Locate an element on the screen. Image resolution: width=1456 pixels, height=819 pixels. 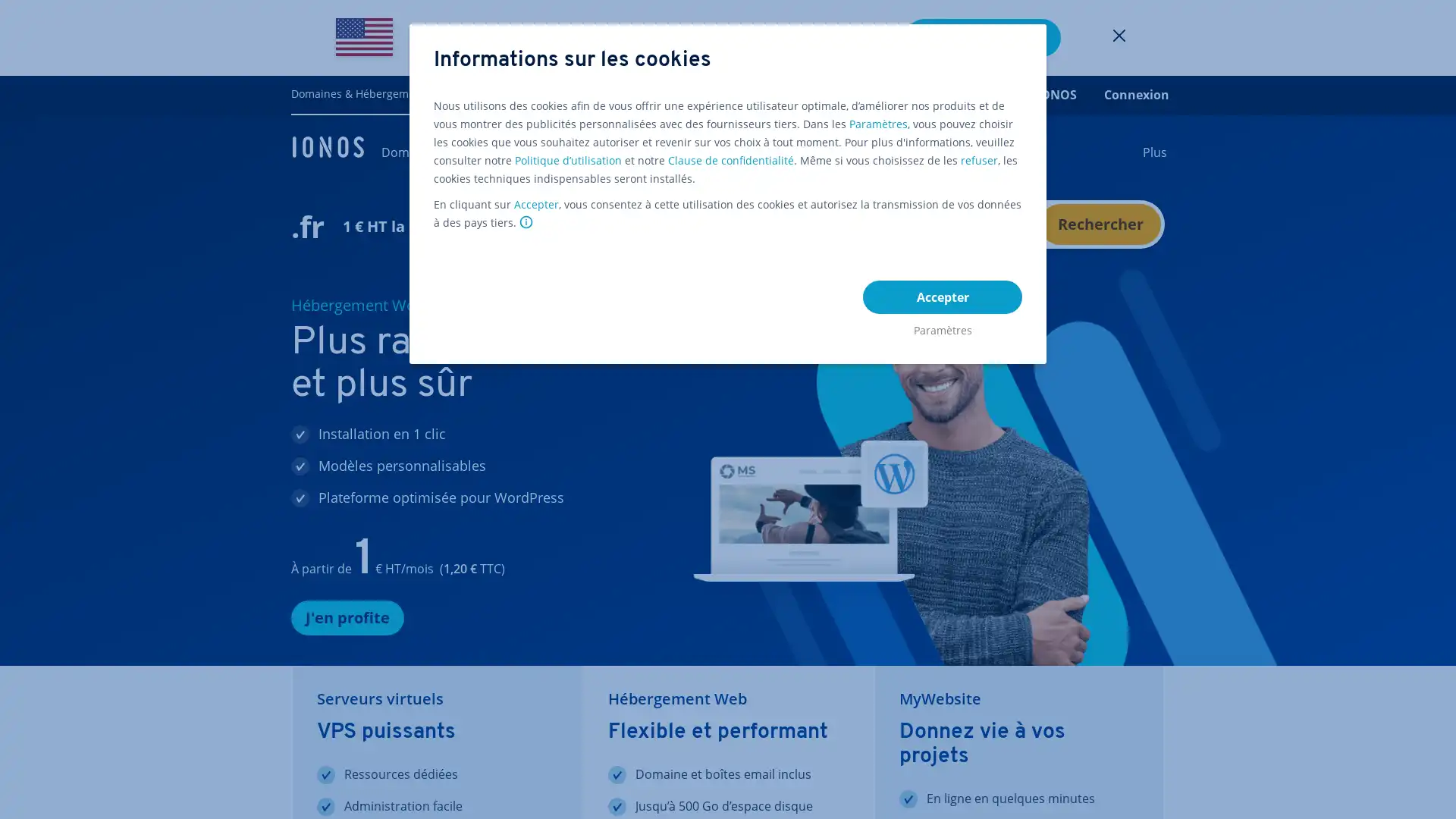
Accepter is located at coordinates (942, 297).